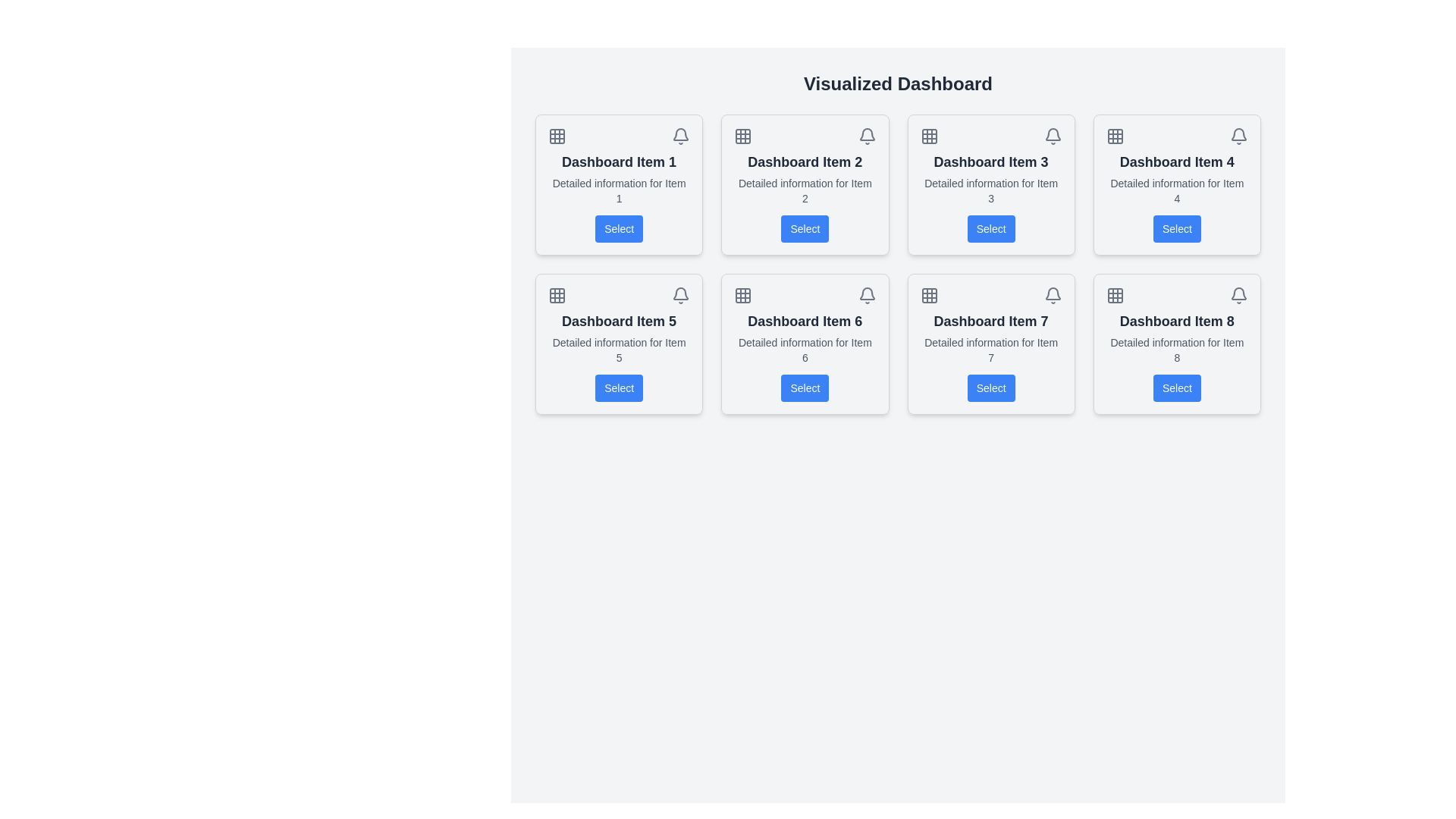  I want to click on the text label that displays the title of the second card in the grid layout, located in the top-center area of the card, so click(804, 162).